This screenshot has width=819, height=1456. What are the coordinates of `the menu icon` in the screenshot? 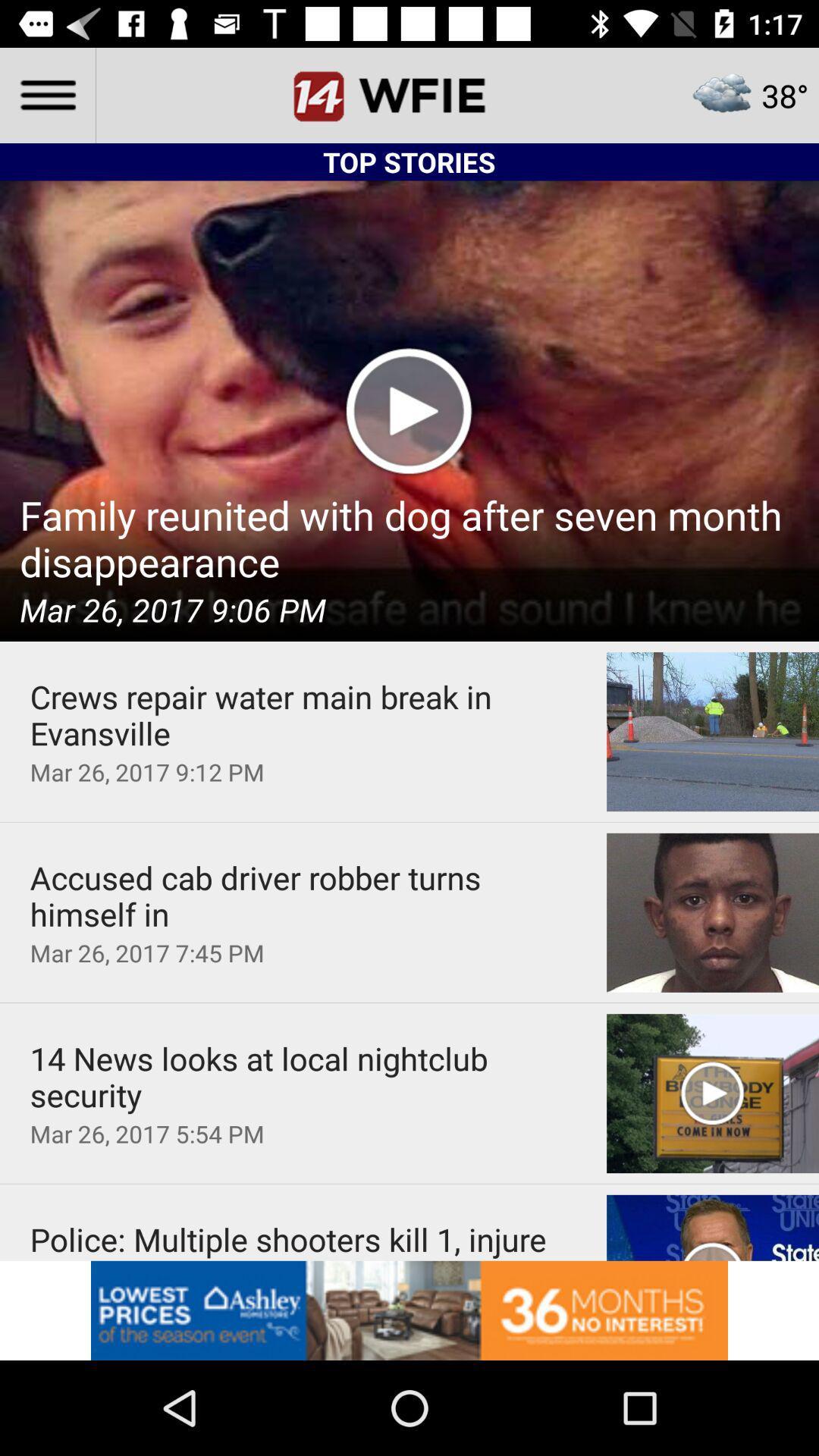 It's located at (46, 94).